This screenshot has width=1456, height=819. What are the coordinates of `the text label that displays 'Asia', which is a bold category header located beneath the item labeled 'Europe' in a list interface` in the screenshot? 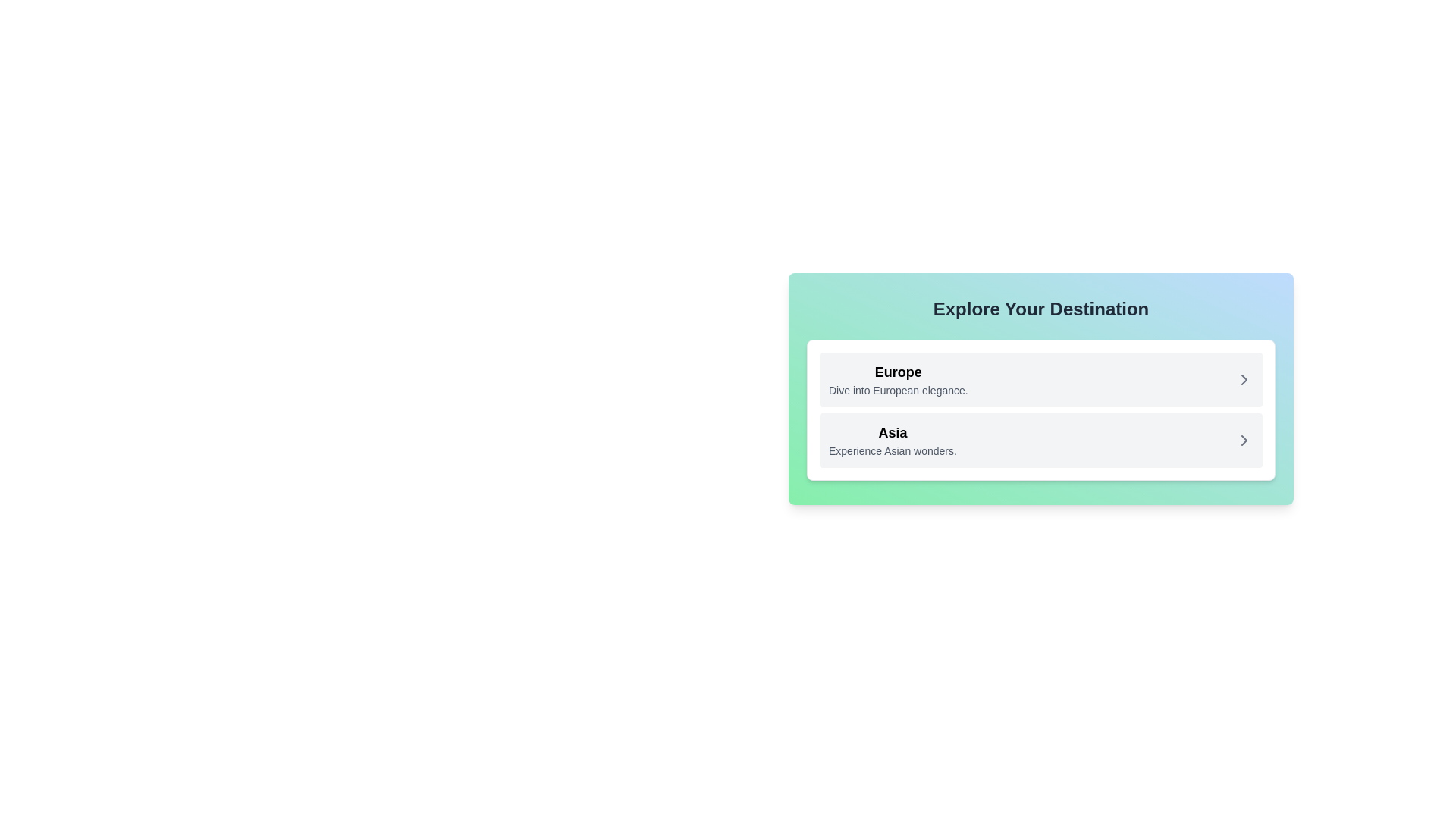 It's located at (893, 432).